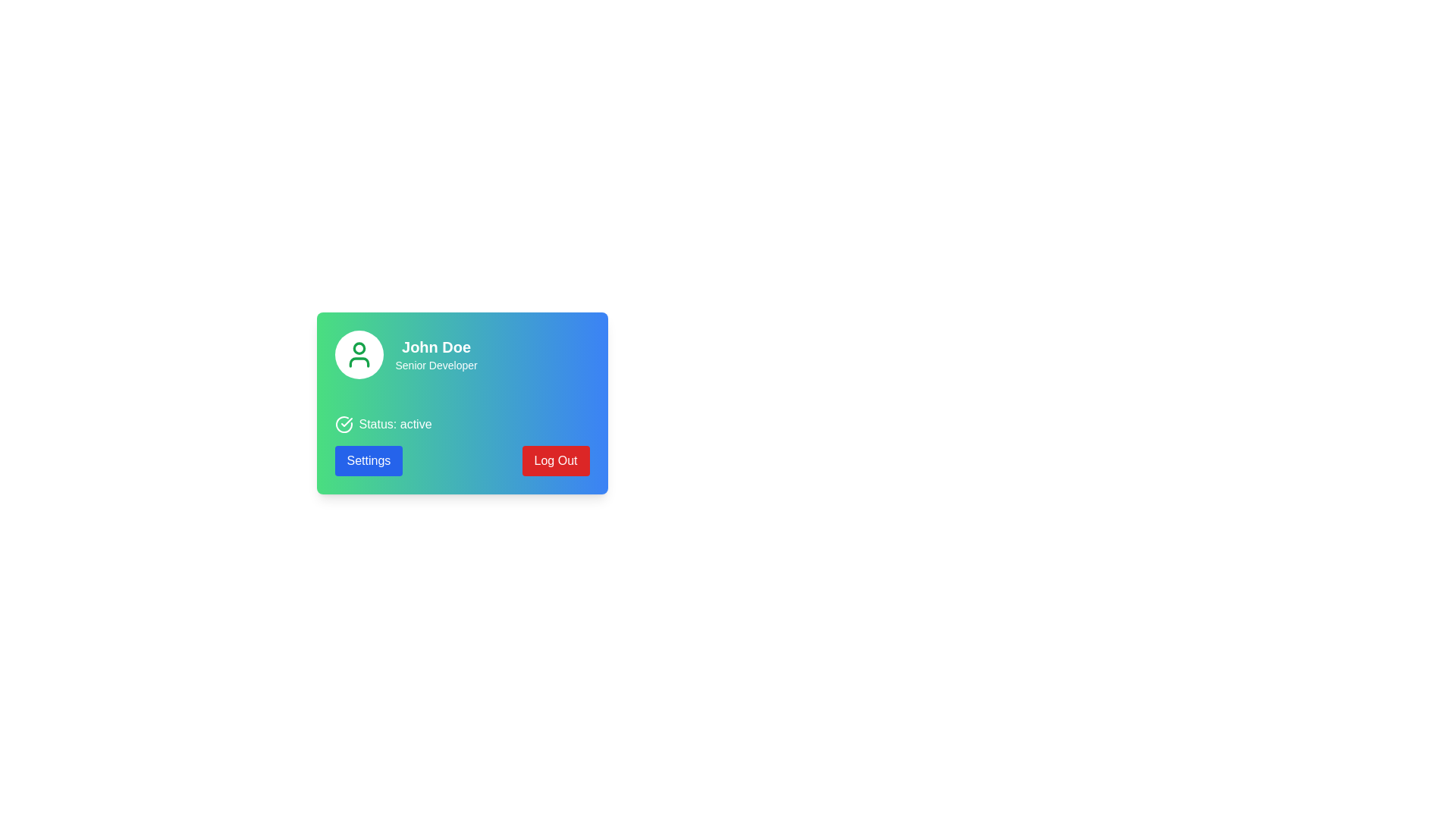  Describe the element at coordinates (369, 460) in the screenshot. I see `the settings button located in the bottom-left section of the gradient card interface, positioned to the left of the red 'Log Out' button` at that location.